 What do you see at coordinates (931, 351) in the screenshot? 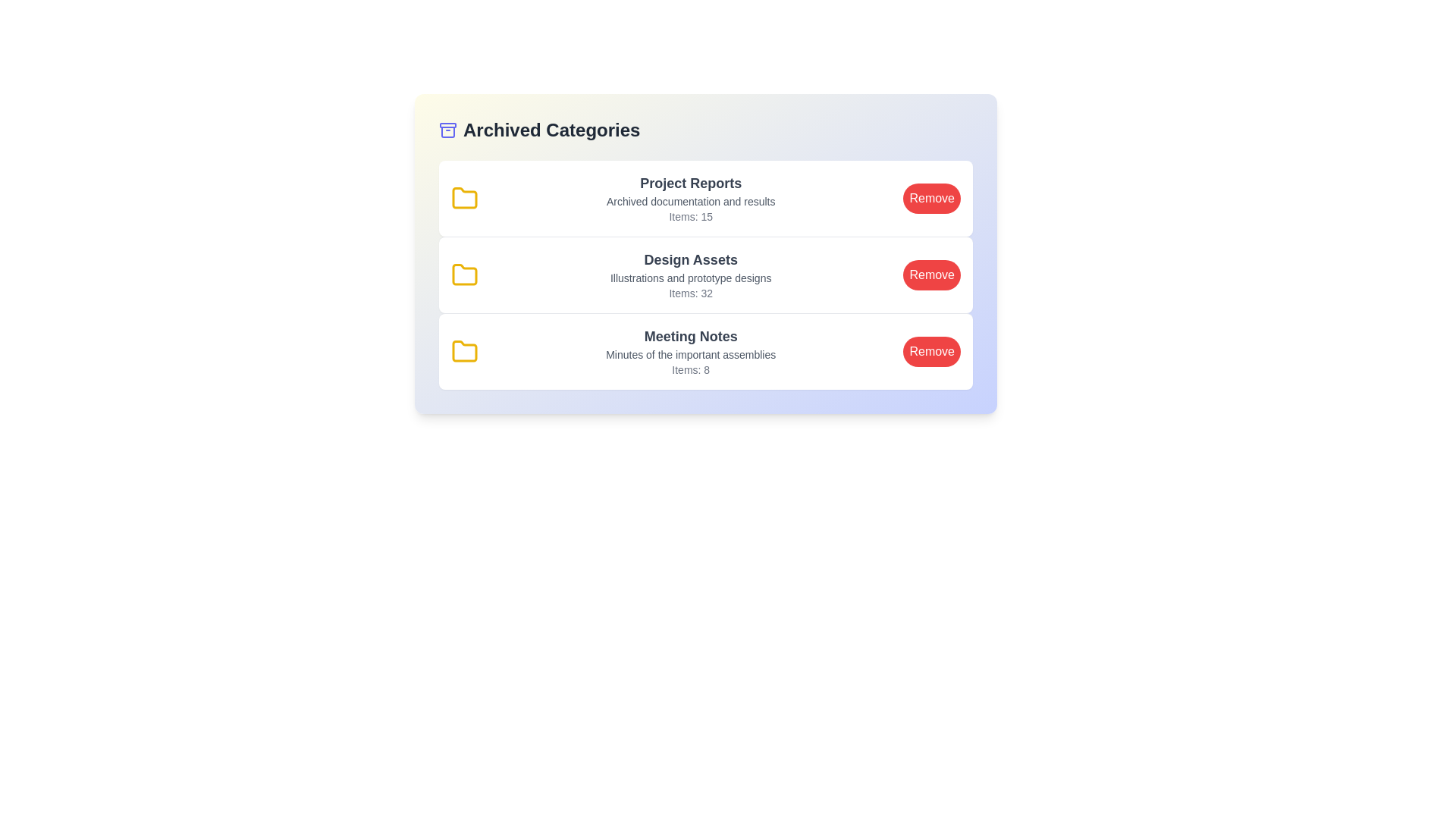
I see `'Remove' button for the category Meeting Notes` at bounding box center [931, 351].